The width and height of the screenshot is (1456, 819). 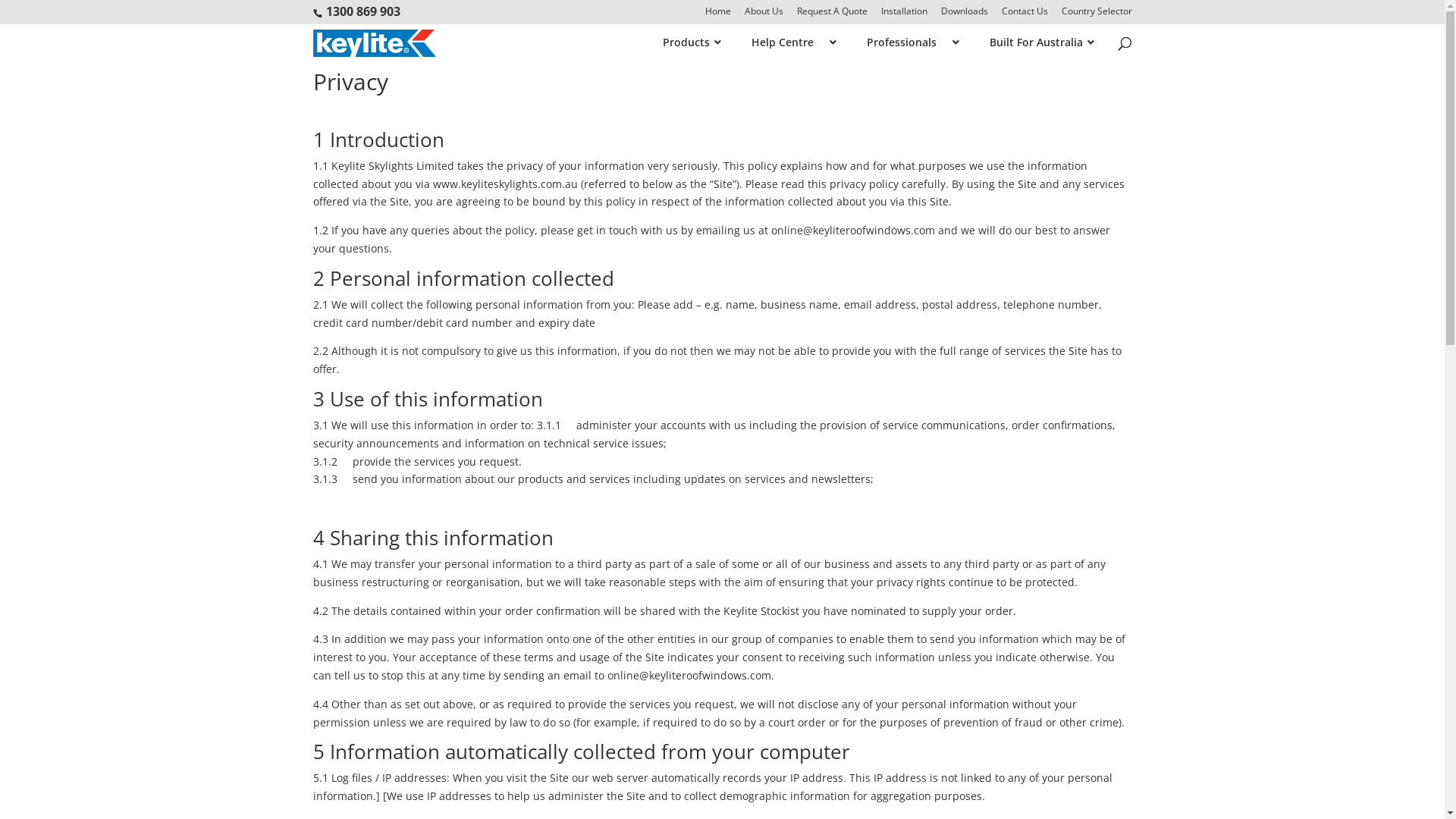 What do you see at coordinates (939, 14) in the screenshot?
I see `'Downloads'` at bounding box center [939, 14].